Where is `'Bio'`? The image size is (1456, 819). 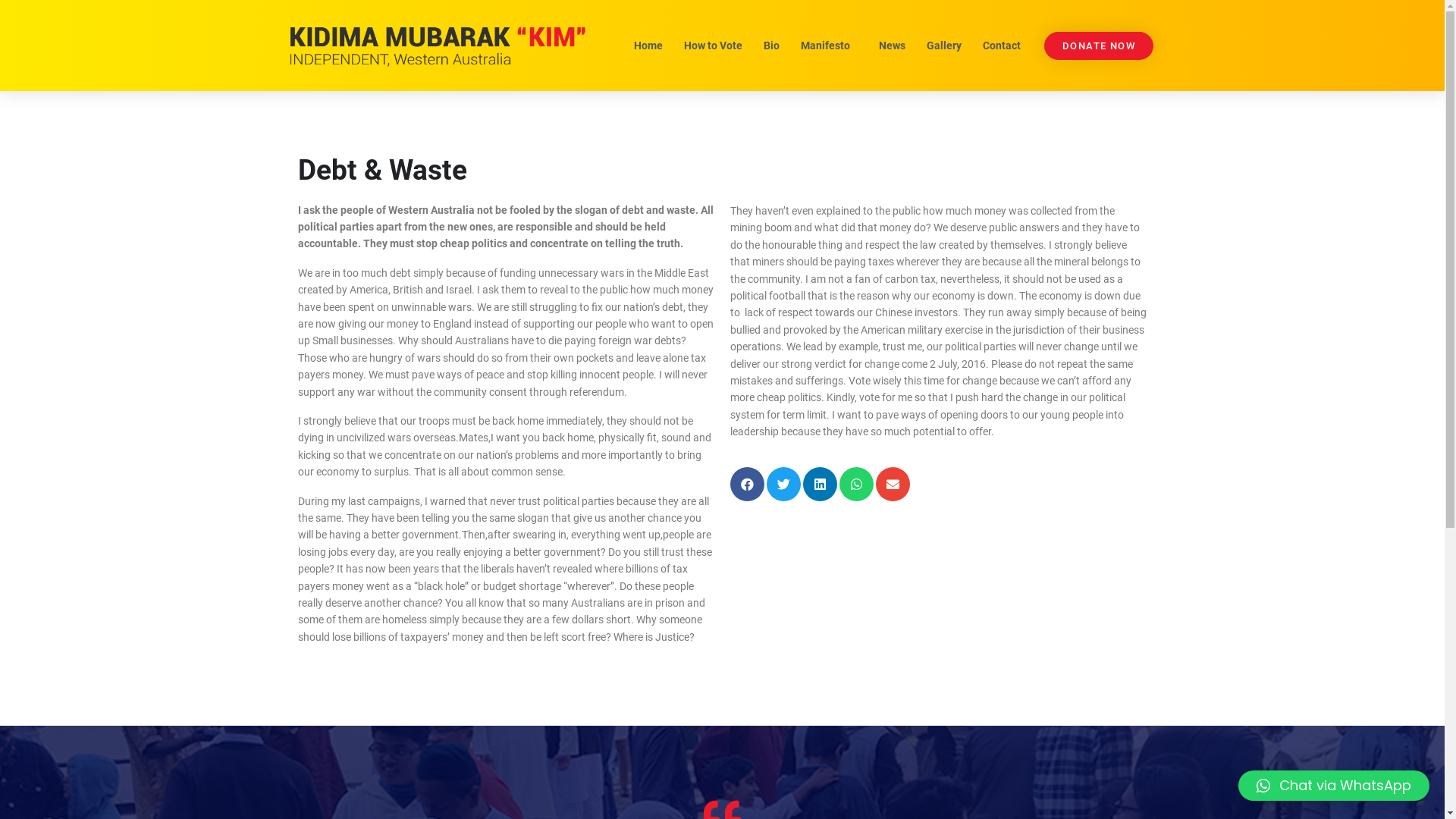 'Bio' is located at coordinates (771, 45).